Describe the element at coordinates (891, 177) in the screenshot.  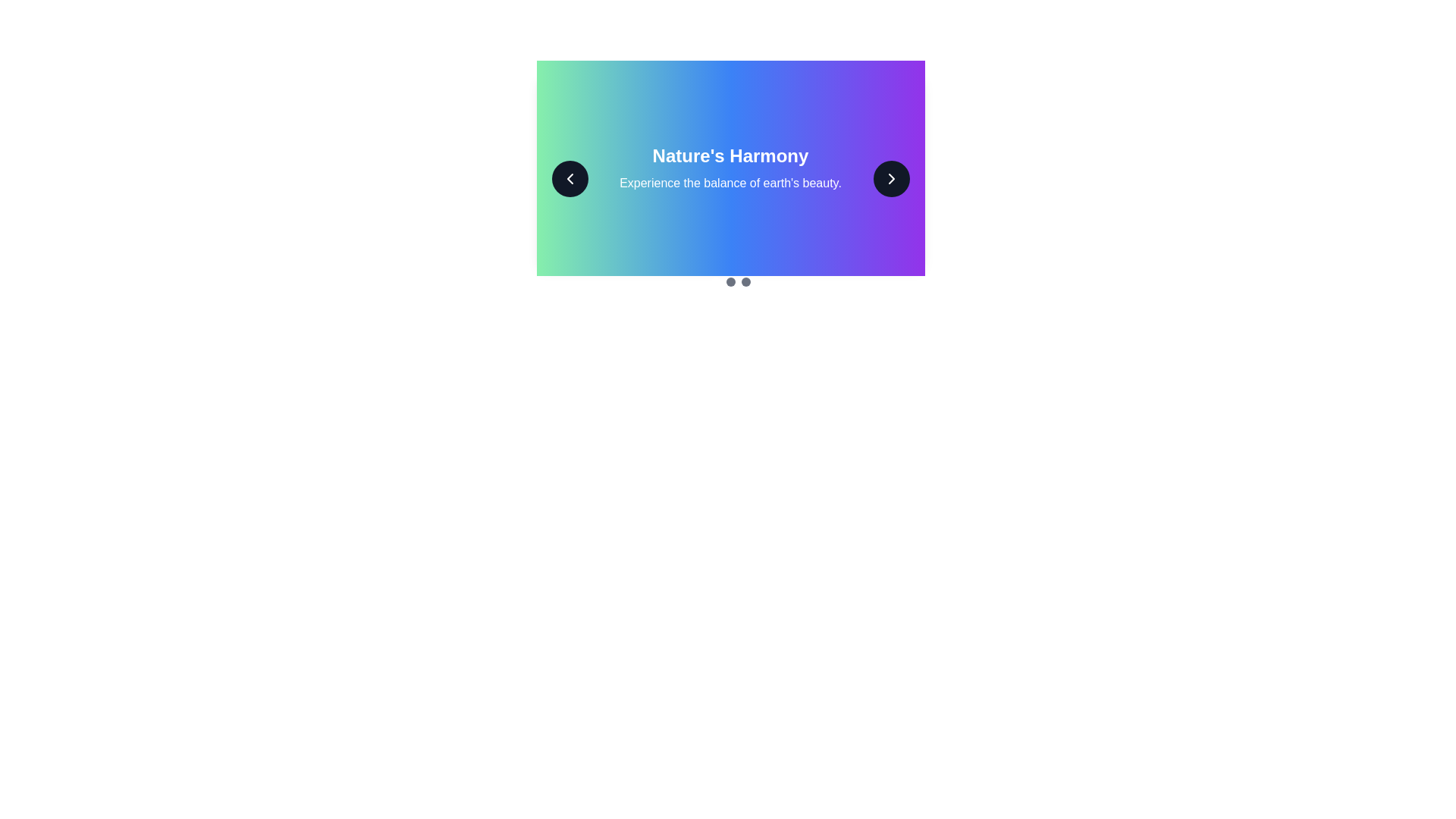
I see `the chevron icon inside the circular button on the right side of the gradient box` at that location.